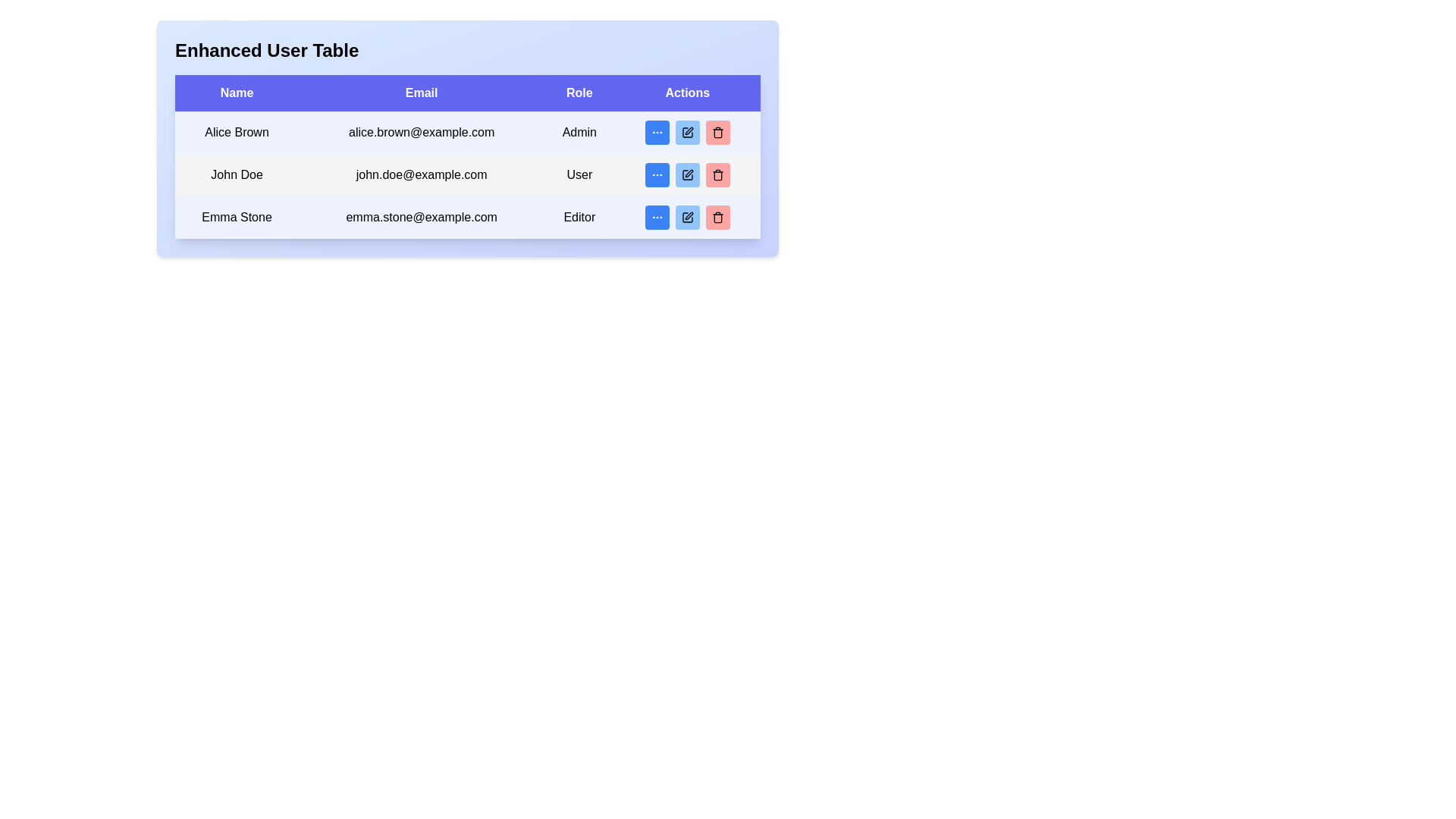  Describe the element at coordinates (717, 217) in the screenshot. I see `the small red button with a trash can icon in the third row of the table under the 'Actions' column` at that location.